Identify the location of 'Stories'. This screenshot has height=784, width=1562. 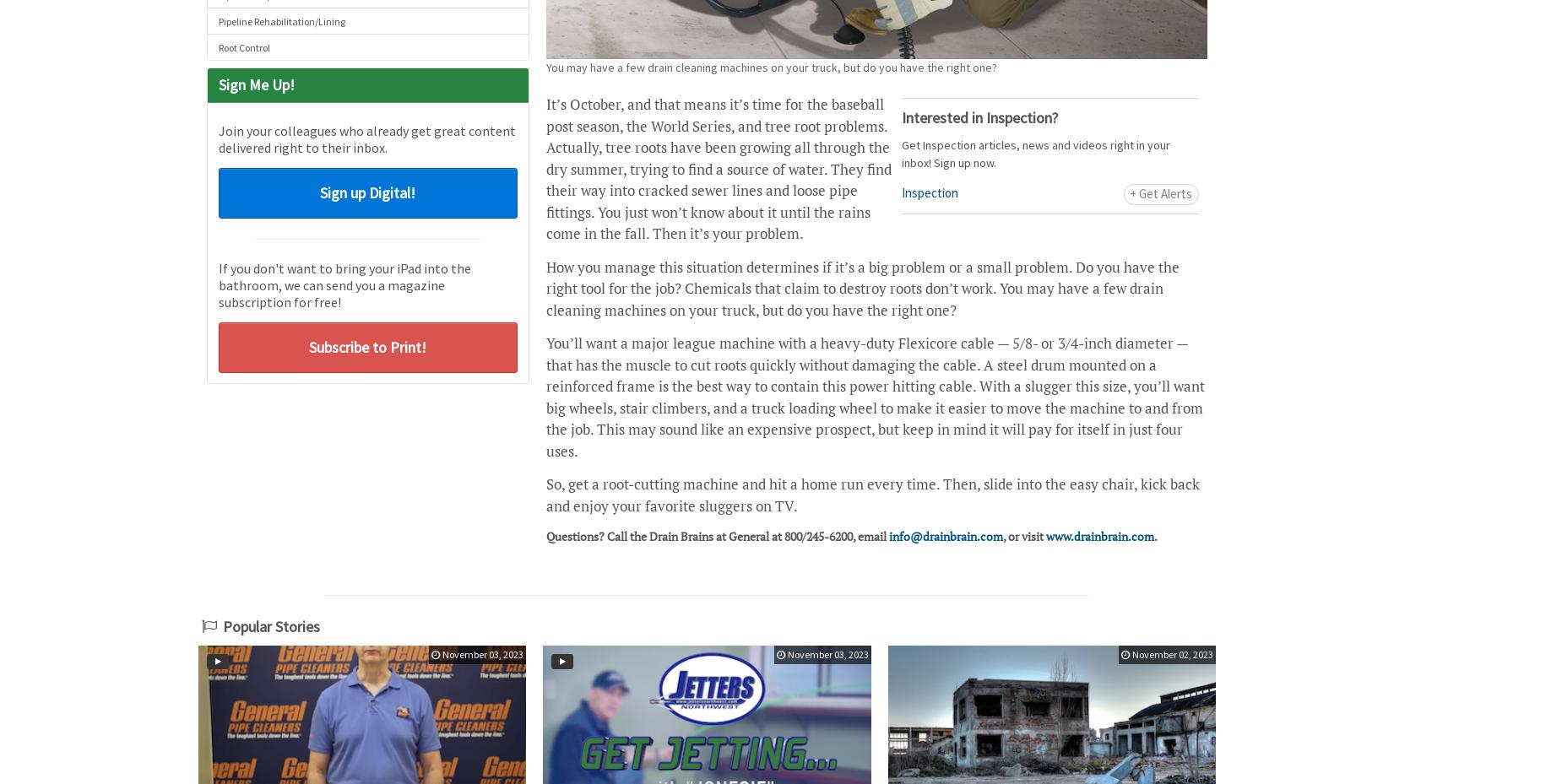
(296, 626).